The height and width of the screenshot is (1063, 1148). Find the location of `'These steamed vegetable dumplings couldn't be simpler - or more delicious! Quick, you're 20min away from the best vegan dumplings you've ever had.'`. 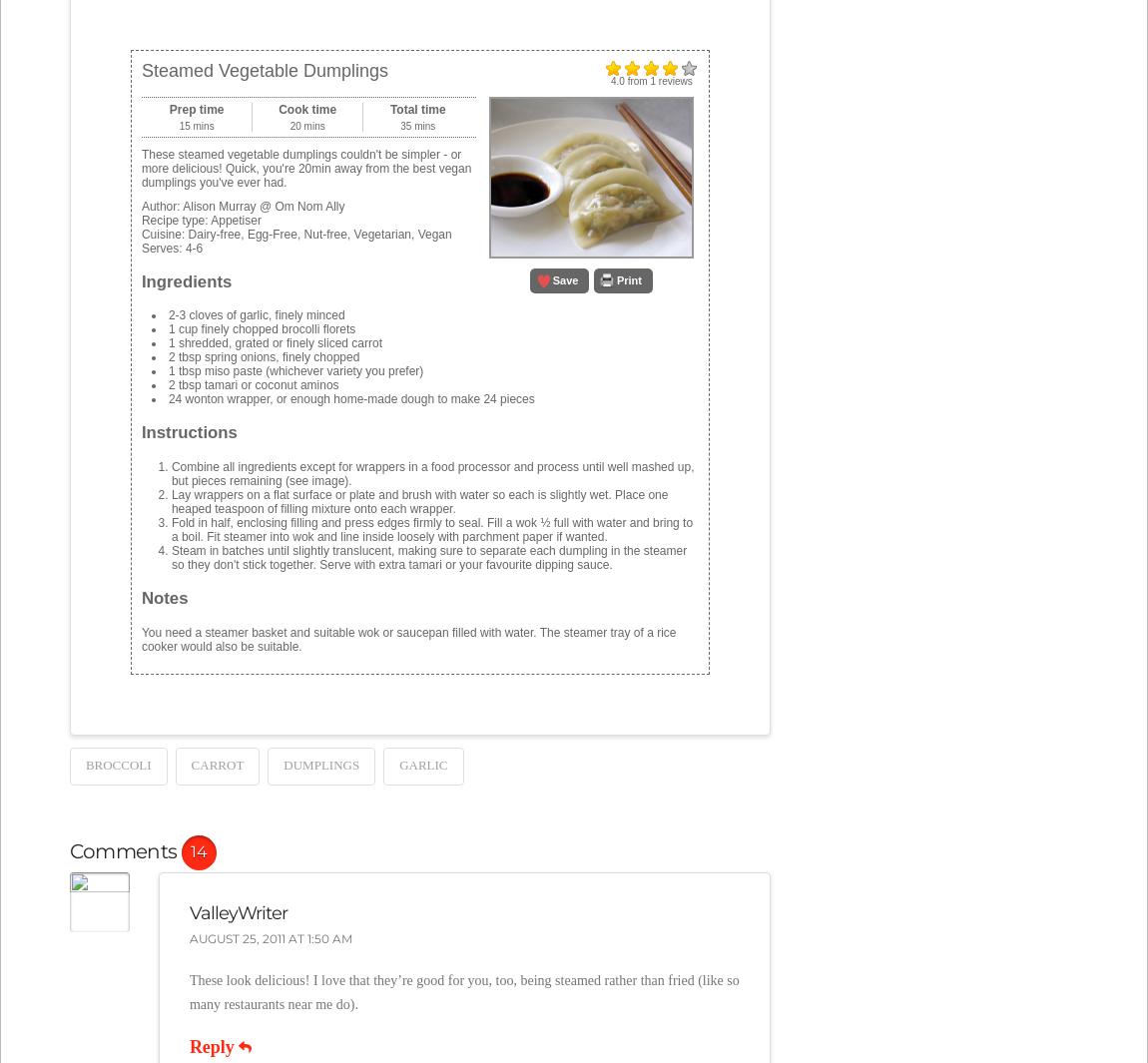

'These steamed vegetable dumplings couldn't be simpler - or more delicious! Quick, you're 20min away from the best vegan dumplings you've ever had.' is located at coordinates (139, 166).